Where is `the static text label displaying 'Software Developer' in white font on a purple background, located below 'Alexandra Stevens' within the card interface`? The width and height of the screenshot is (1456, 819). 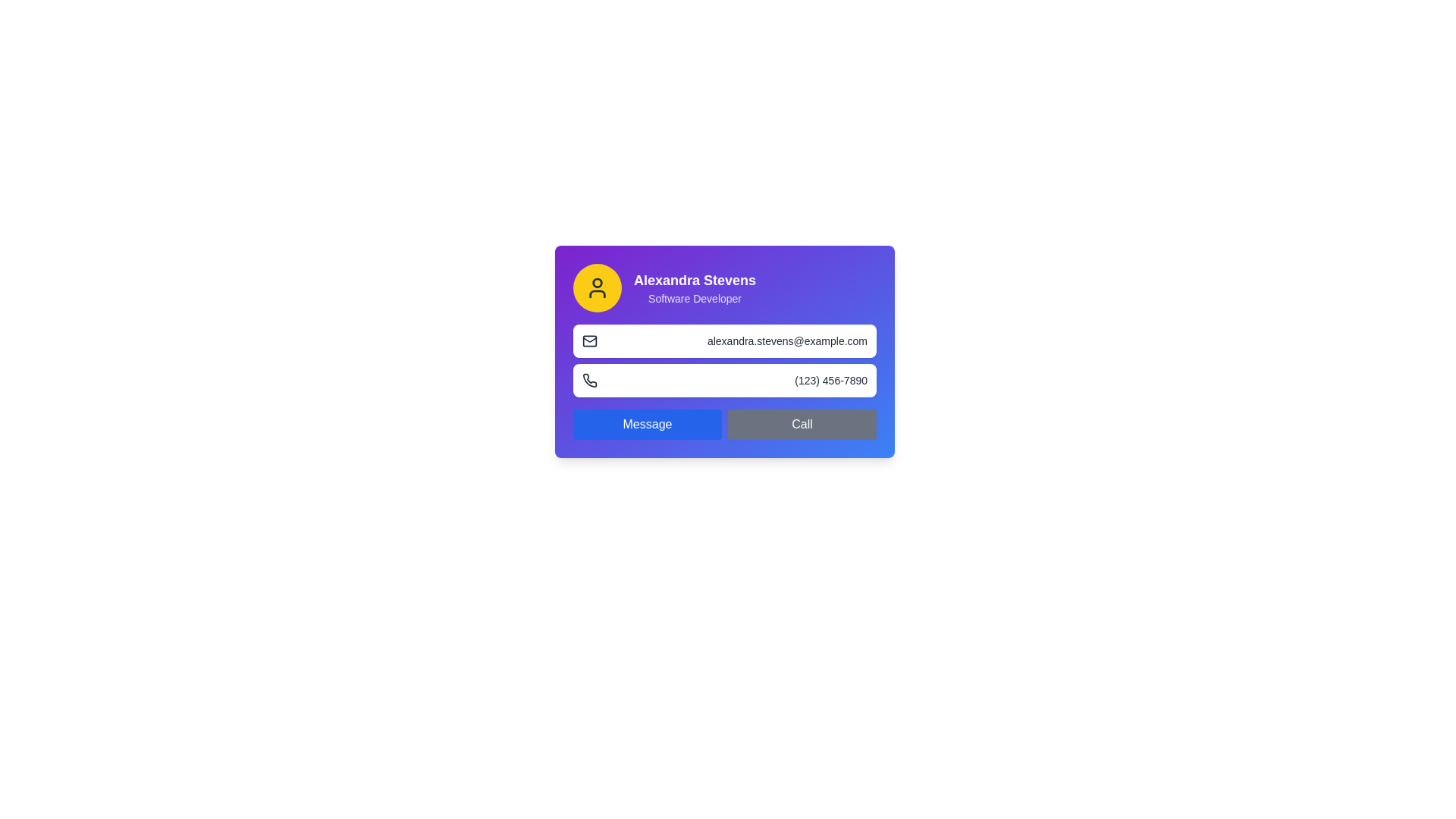 the static text label displaying 'Software Developer' in white font on a purple background, located below 'Alexandra Stevens' within the card interface is located at coordinates (694, 298).